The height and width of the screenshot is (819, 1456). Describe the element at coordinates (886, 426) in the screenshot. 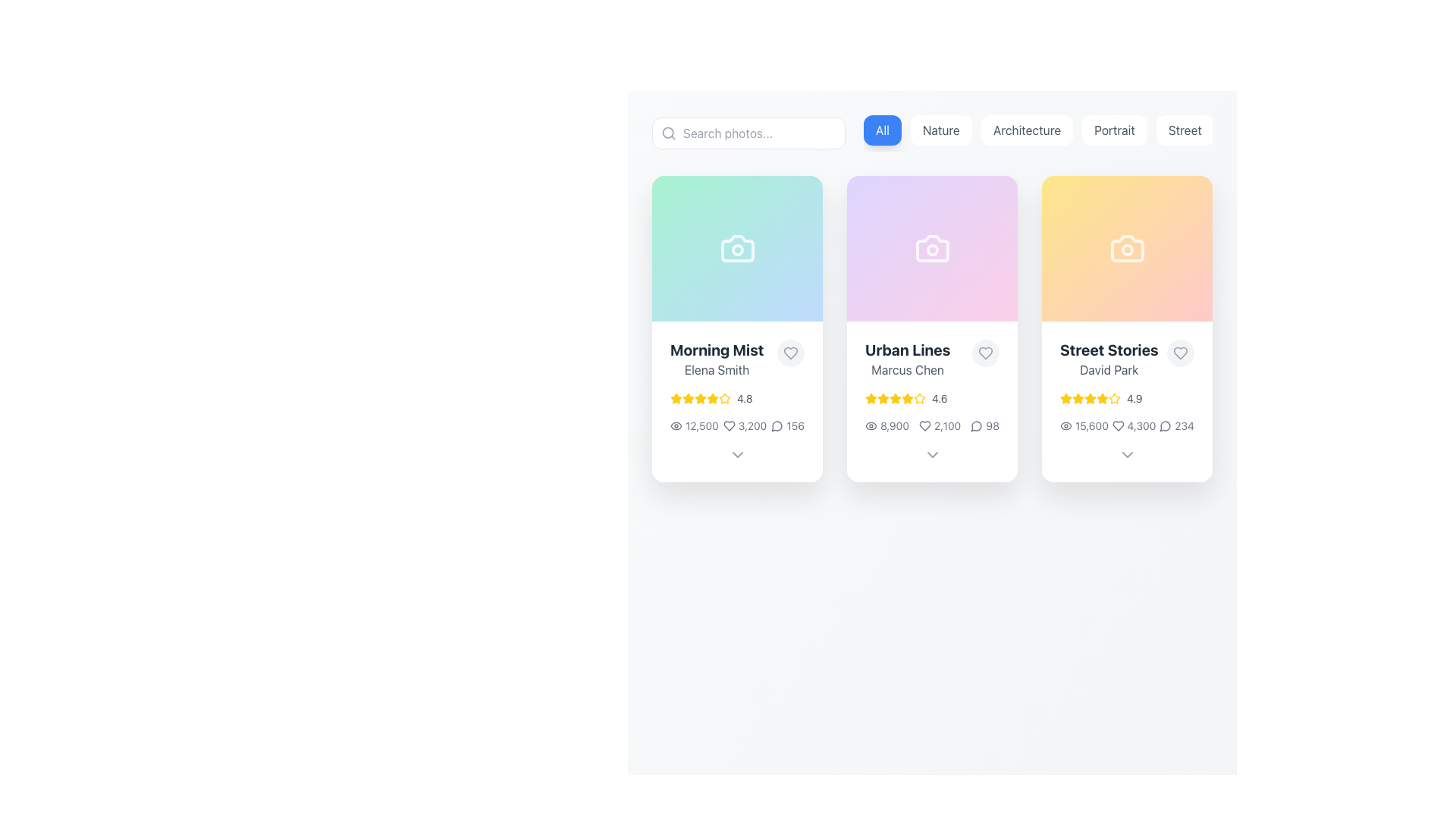

I see `the displayed value '8,900' associated with the eye-icon graphic in the statistics section below the 'Urban Lines' card` at that location.